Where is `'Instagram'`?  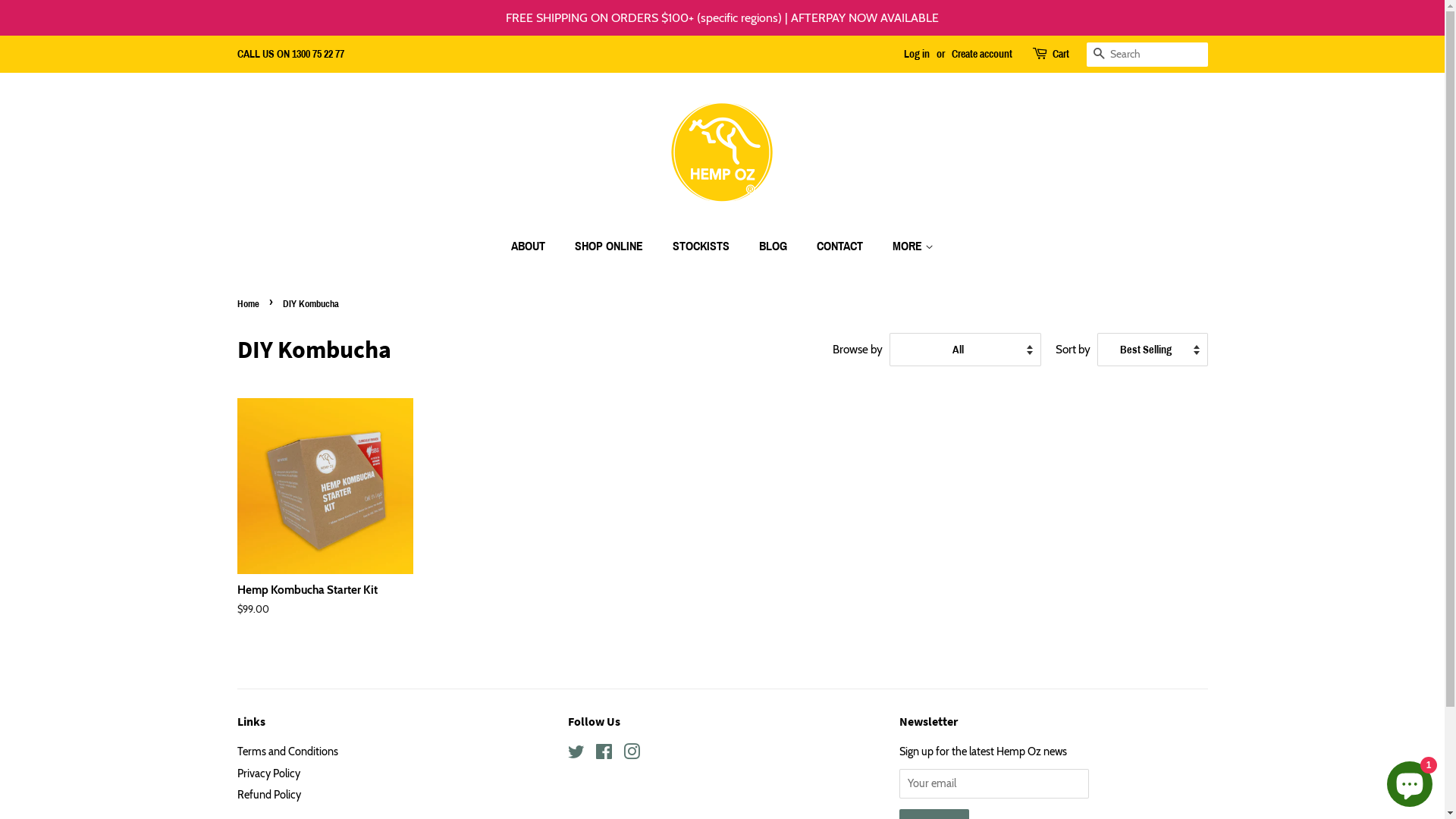 'Instagram' is located at coordinates (632, 755).